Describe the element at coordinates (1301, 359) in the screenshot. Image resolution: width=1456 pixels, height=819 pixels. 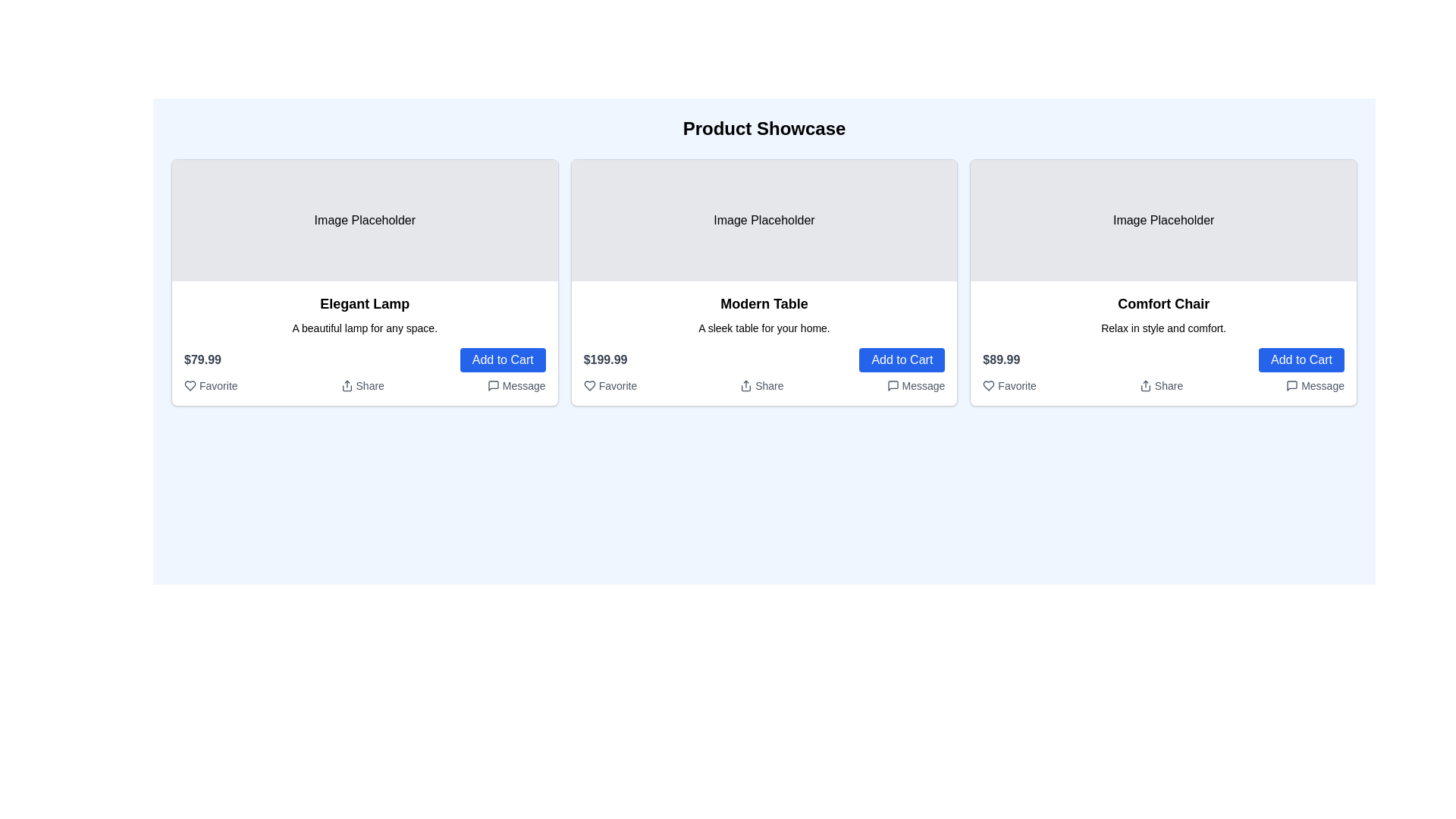
I see `the 'Add to Cart' button with a blue background and white text located in the bottom-right section of the product card for 'Comfort Chair' to trigger visual feedback` at that location.